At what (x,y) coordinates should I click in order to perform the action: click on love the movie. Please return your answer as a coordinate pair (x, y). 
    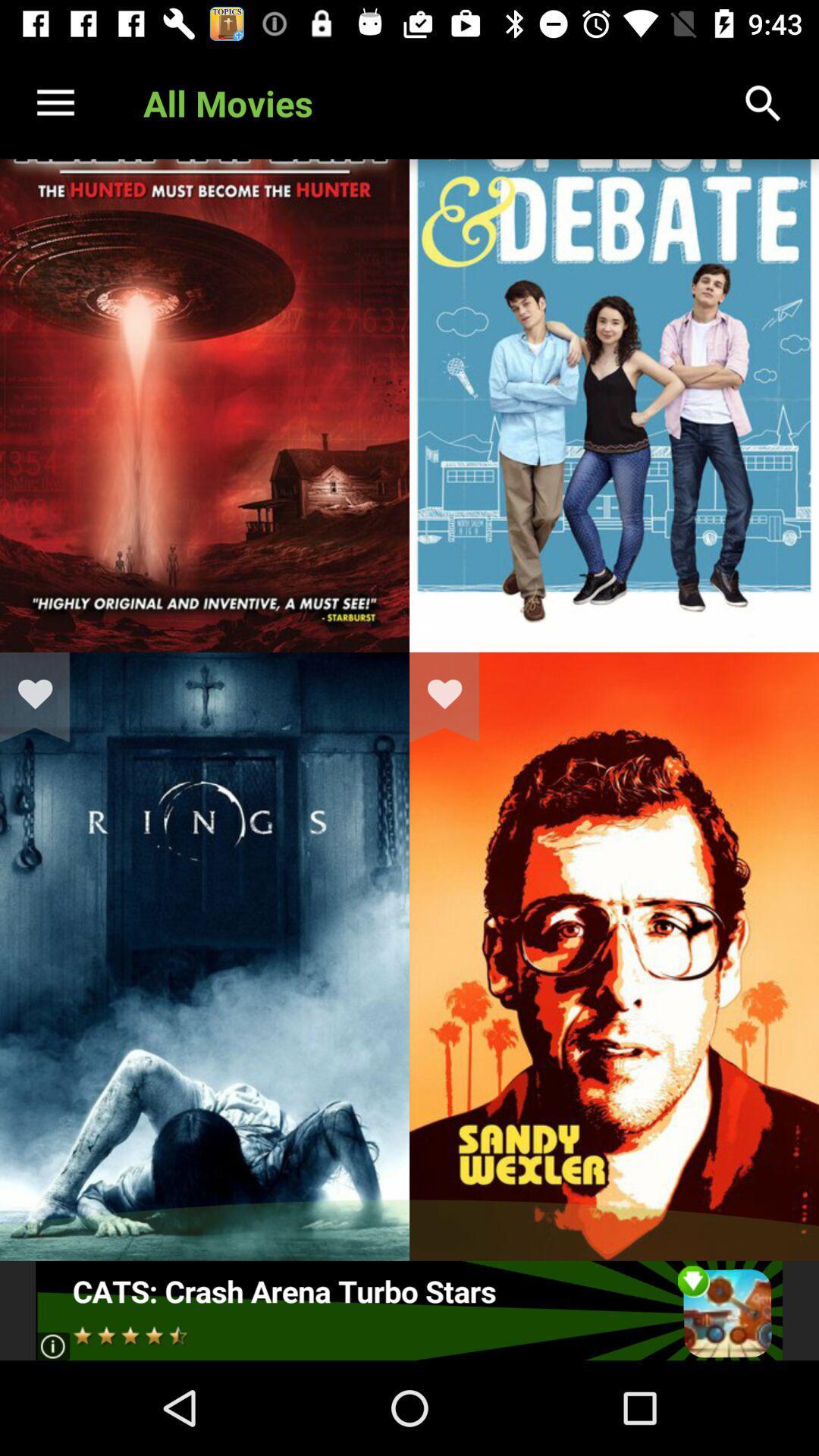
    Looking at the image, I should click on (453, 696).